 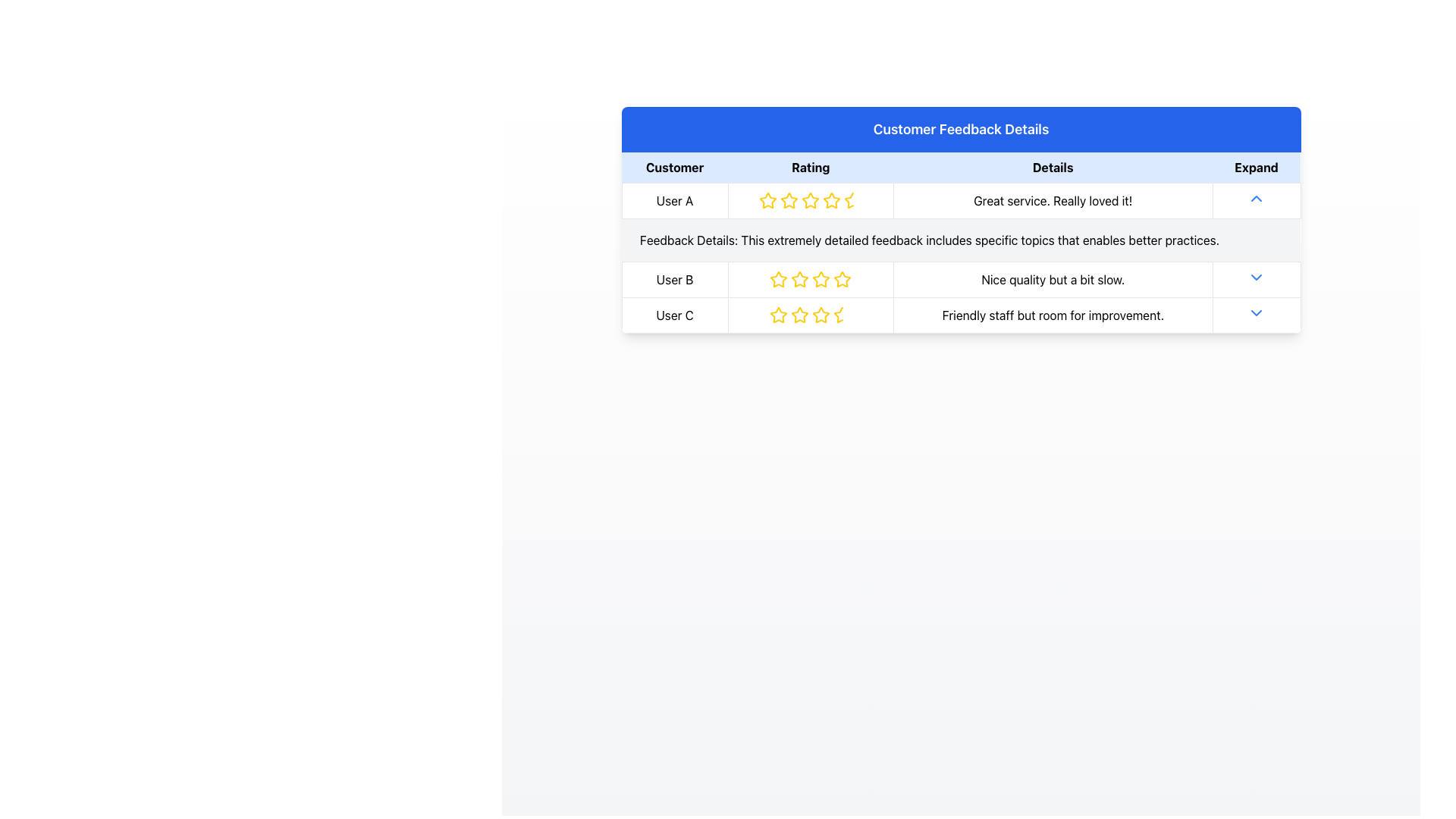 What do you see at coordinates (821, 314) in the screenshot?
I see `the fourth star-shaped rating icon in the 'Rating' column of the 'Customer Feedback Details' table for 'User C' to give a rating` at bounding box center [821, 314].